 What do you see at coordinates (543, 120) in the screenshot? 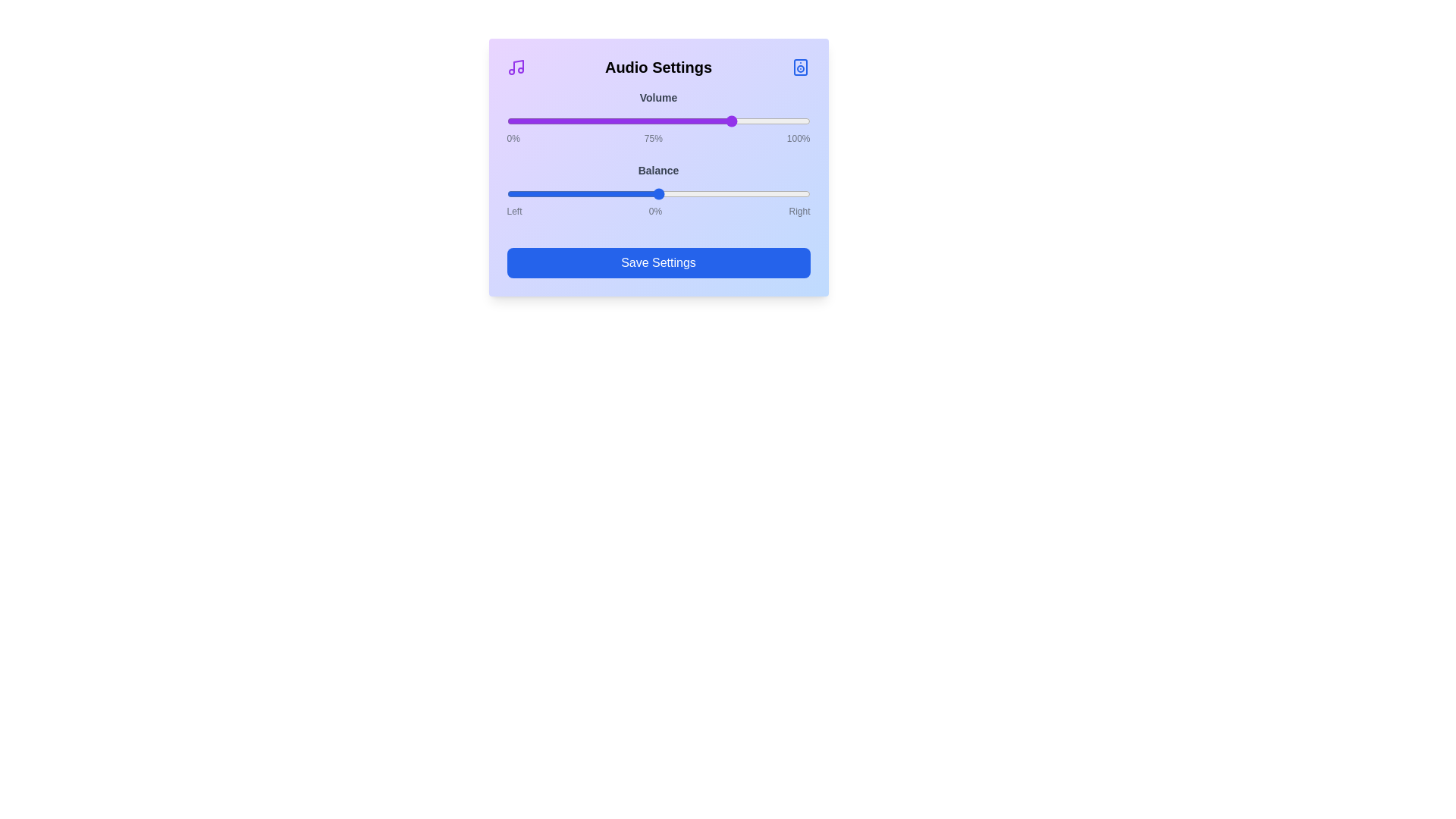
I see `the volume slider to 12%` at bounding box center [543, 120].